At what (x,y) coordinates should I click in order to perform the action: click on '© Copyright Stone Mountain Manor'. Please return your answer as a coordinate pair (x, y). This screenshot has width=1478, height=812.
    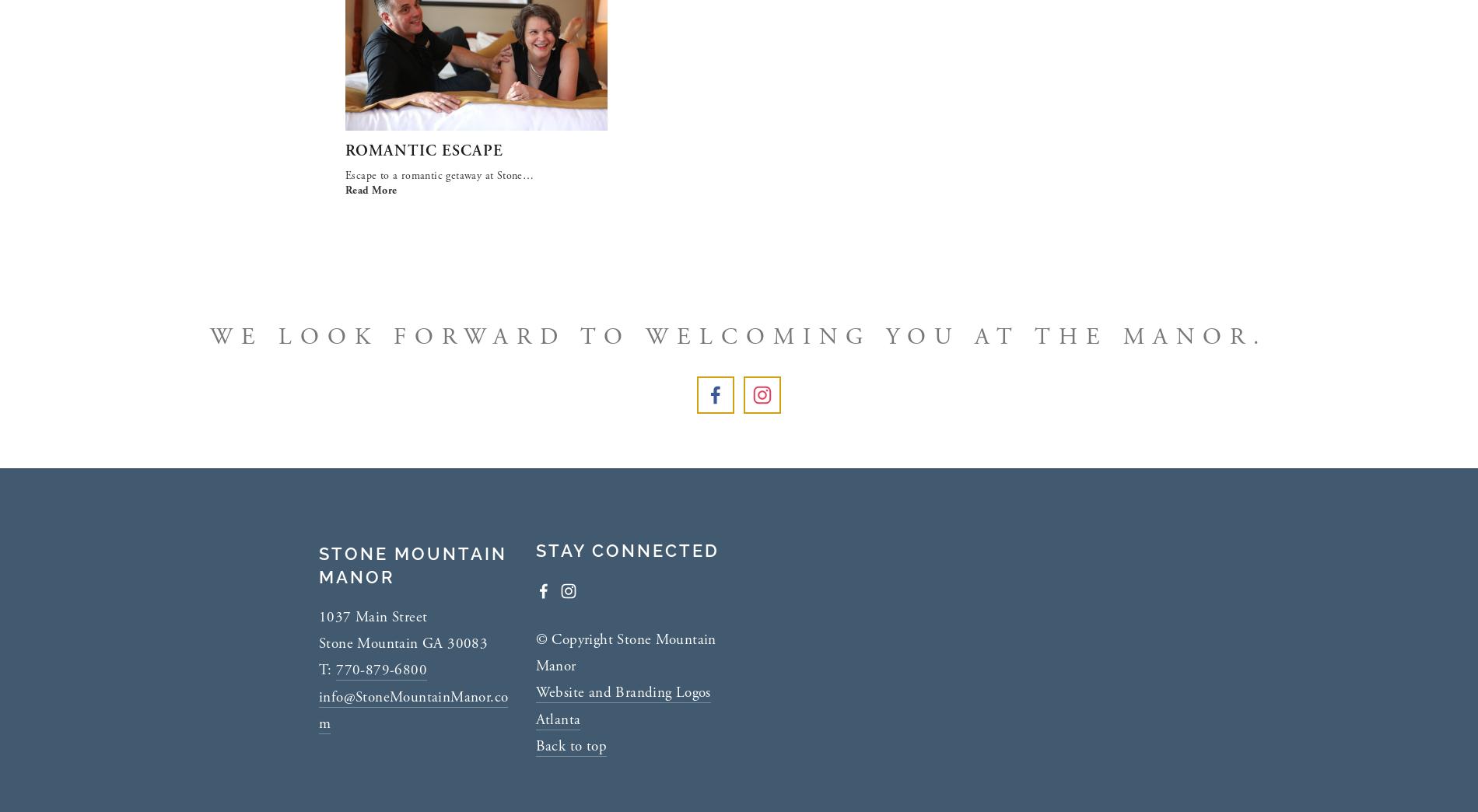
    Looking at the image, I should click on (625, 652).